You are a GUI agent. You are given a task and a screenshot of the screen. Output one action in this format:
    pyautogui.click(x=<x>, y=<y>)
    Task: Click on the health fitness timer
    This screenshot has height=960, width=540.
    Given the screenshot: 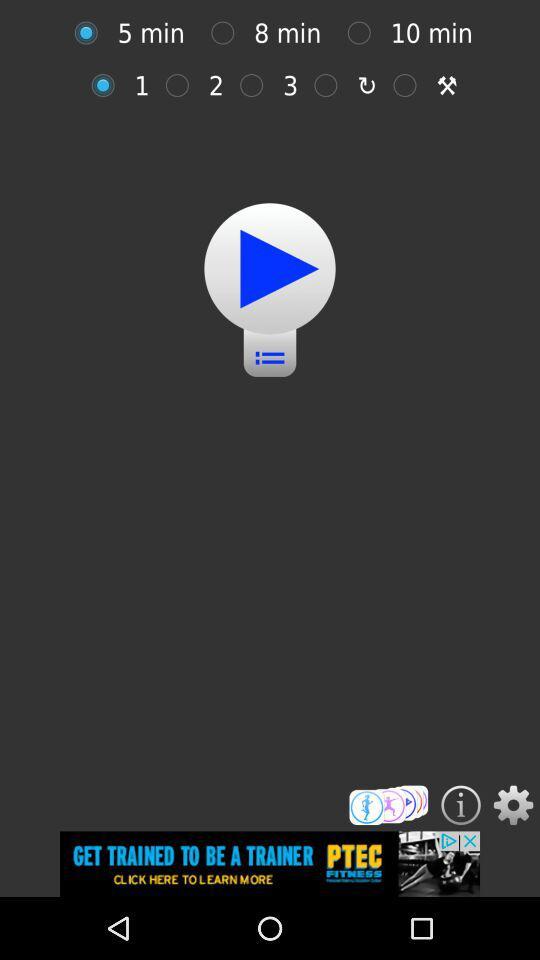 What is the action you would take?
    pyautogui.click(x=90, y=32)
    